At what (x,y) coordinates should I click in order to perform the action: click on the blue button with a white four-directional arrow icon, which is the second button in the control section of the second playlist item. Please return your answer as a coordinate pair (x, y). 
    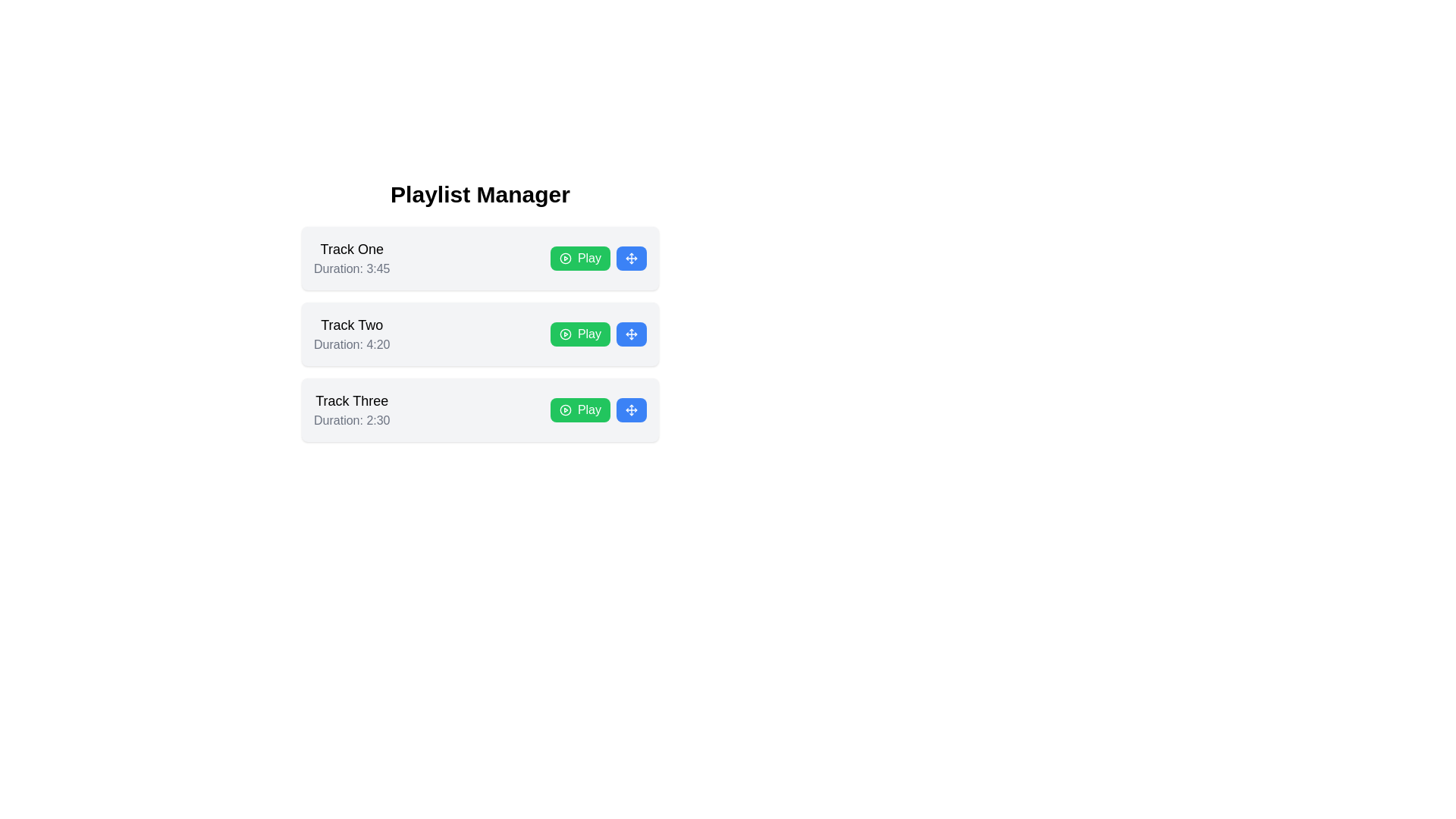
    Looking at the image, I should click on (632, 333).